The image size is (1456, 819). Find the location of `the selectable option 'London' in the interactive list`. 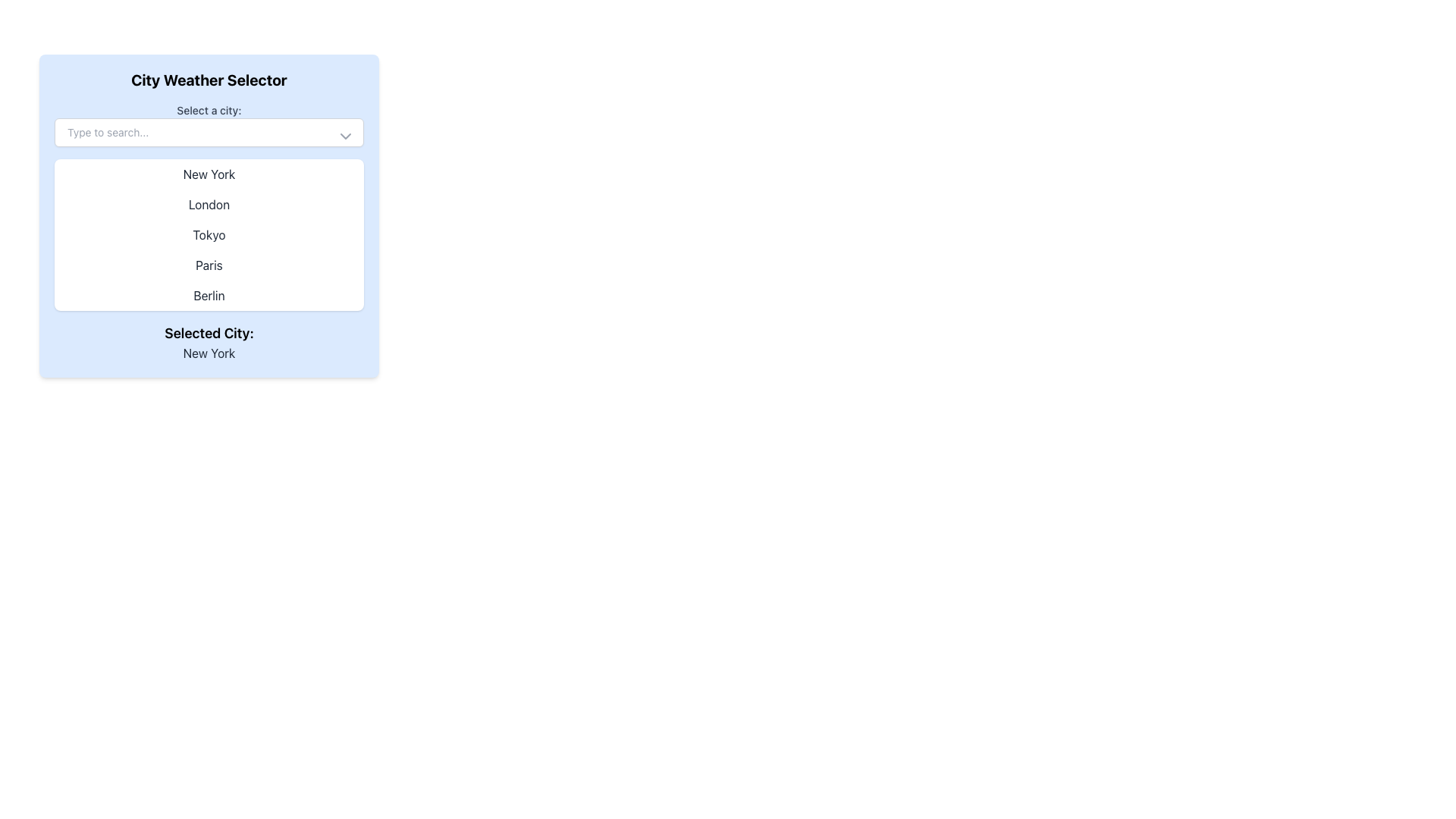

the selectable option 'London' in the interactive list is located at coordinates (208, 205).